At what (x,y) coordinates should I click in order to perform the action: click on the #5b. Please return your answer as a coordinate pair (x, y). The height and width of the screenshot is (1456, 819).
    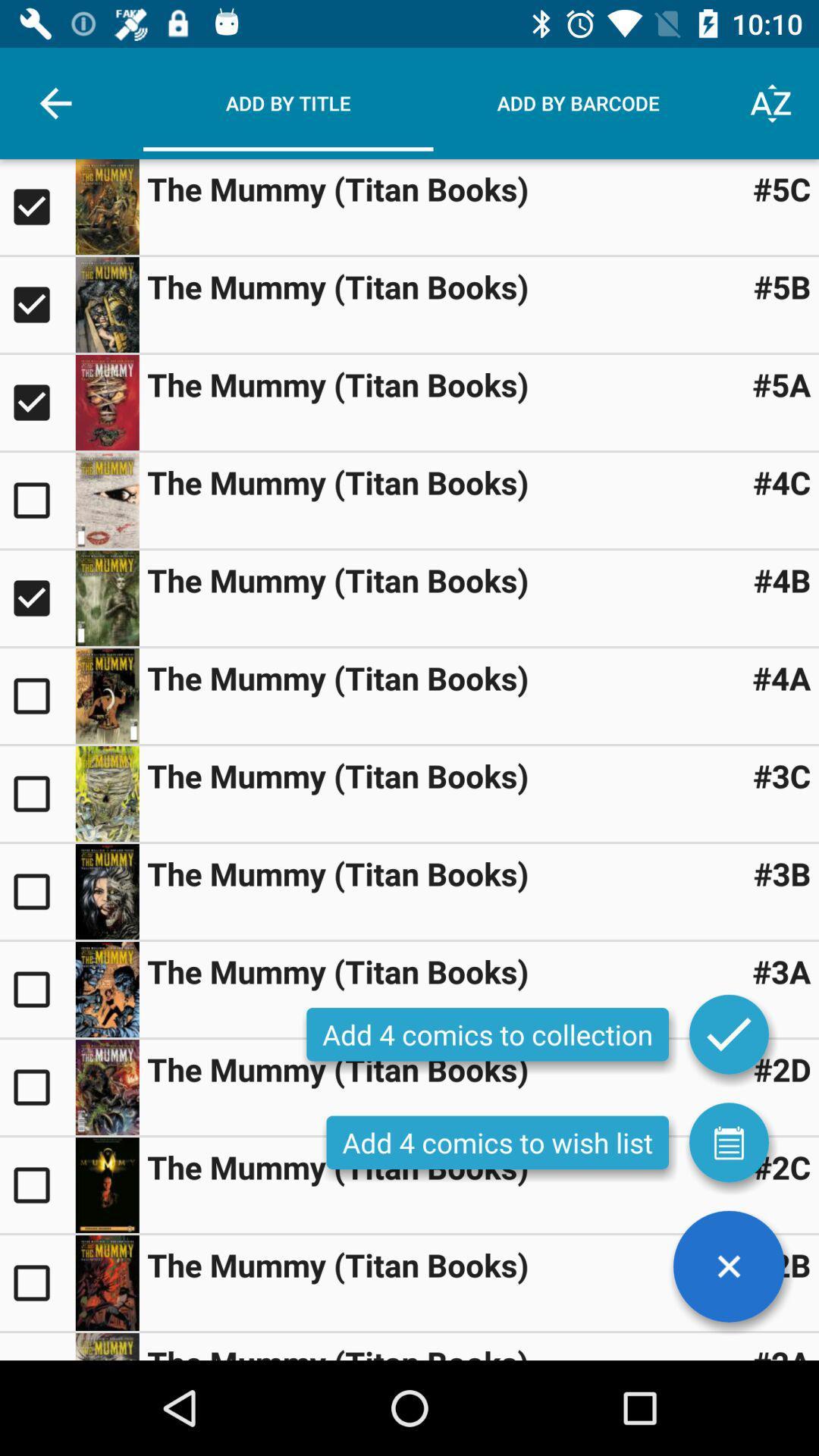
    Looking at the image, I should click on (782, 287).